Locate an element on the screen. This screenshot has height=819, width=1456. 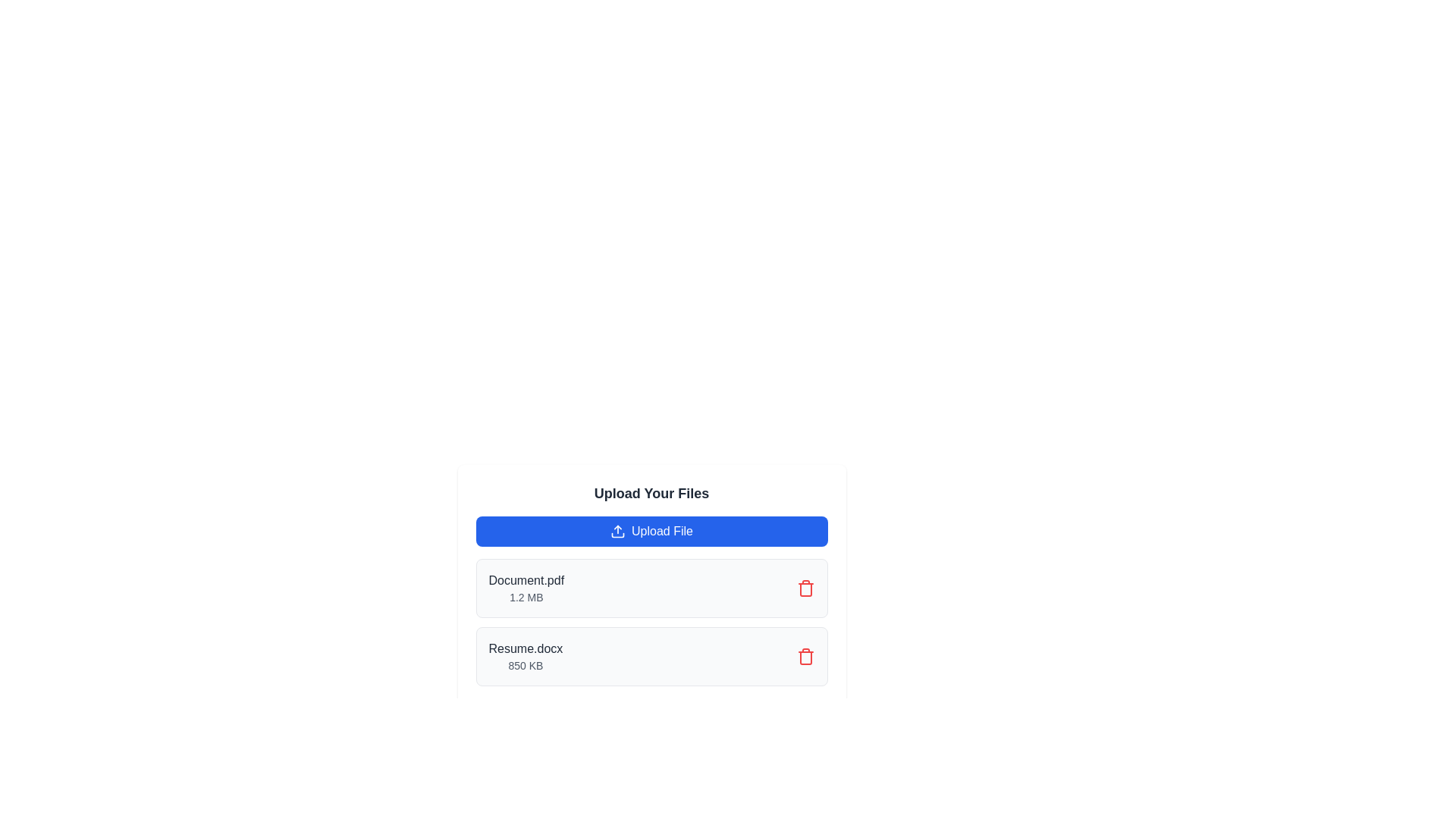
the trash icon button located to the right of the 'Resume.docx' file entry, which serves as the delete button for the file is located at coordinates (805, 656).